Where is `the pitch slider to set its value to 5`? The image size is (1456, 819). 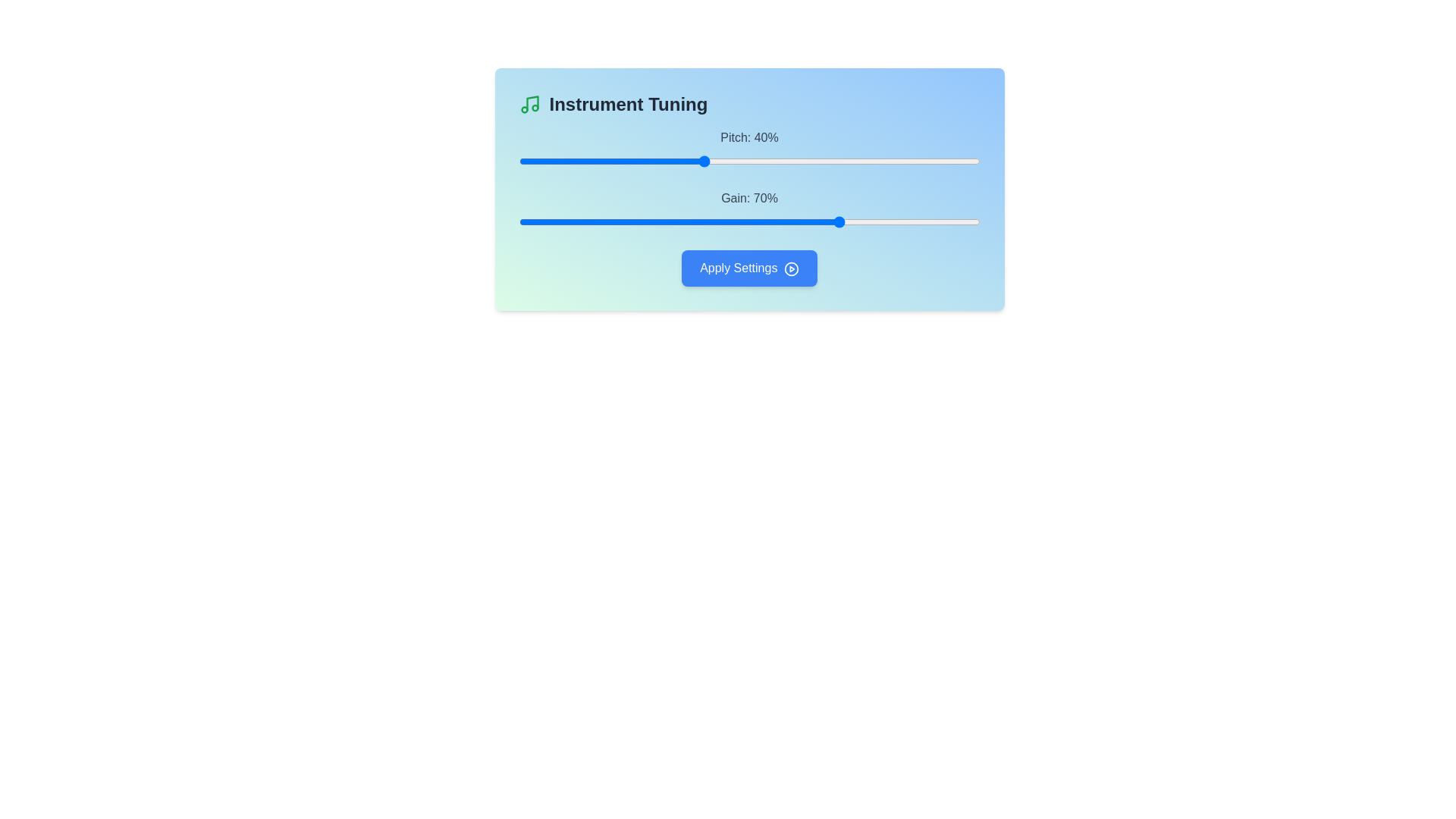
the pitch slider to set its value to 5 is located at coordinates (541, 161).